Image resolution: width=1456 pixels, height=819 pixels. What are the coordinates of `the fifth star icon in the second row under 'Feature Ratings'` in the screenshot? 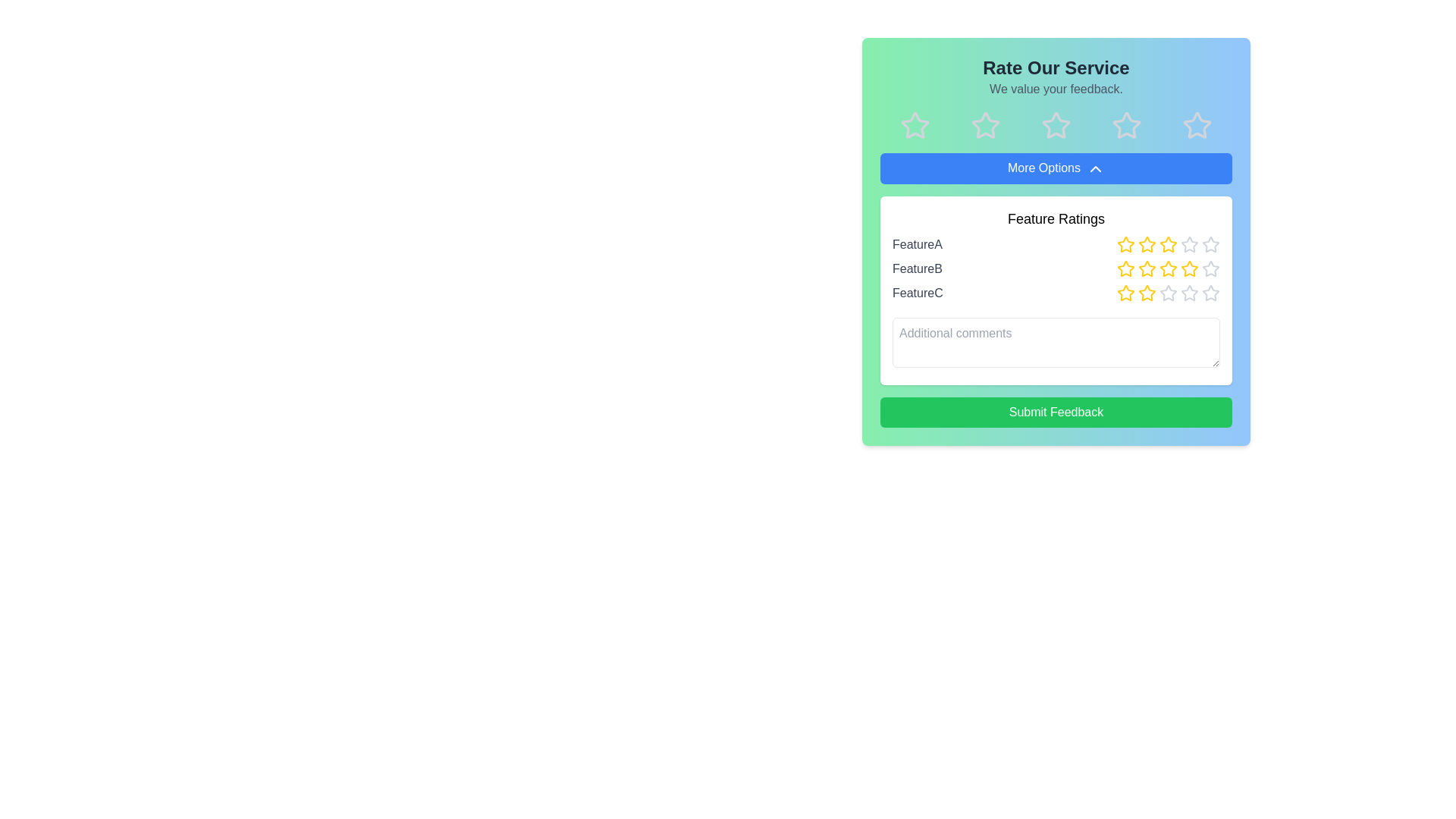 It's located at (1189, 243).